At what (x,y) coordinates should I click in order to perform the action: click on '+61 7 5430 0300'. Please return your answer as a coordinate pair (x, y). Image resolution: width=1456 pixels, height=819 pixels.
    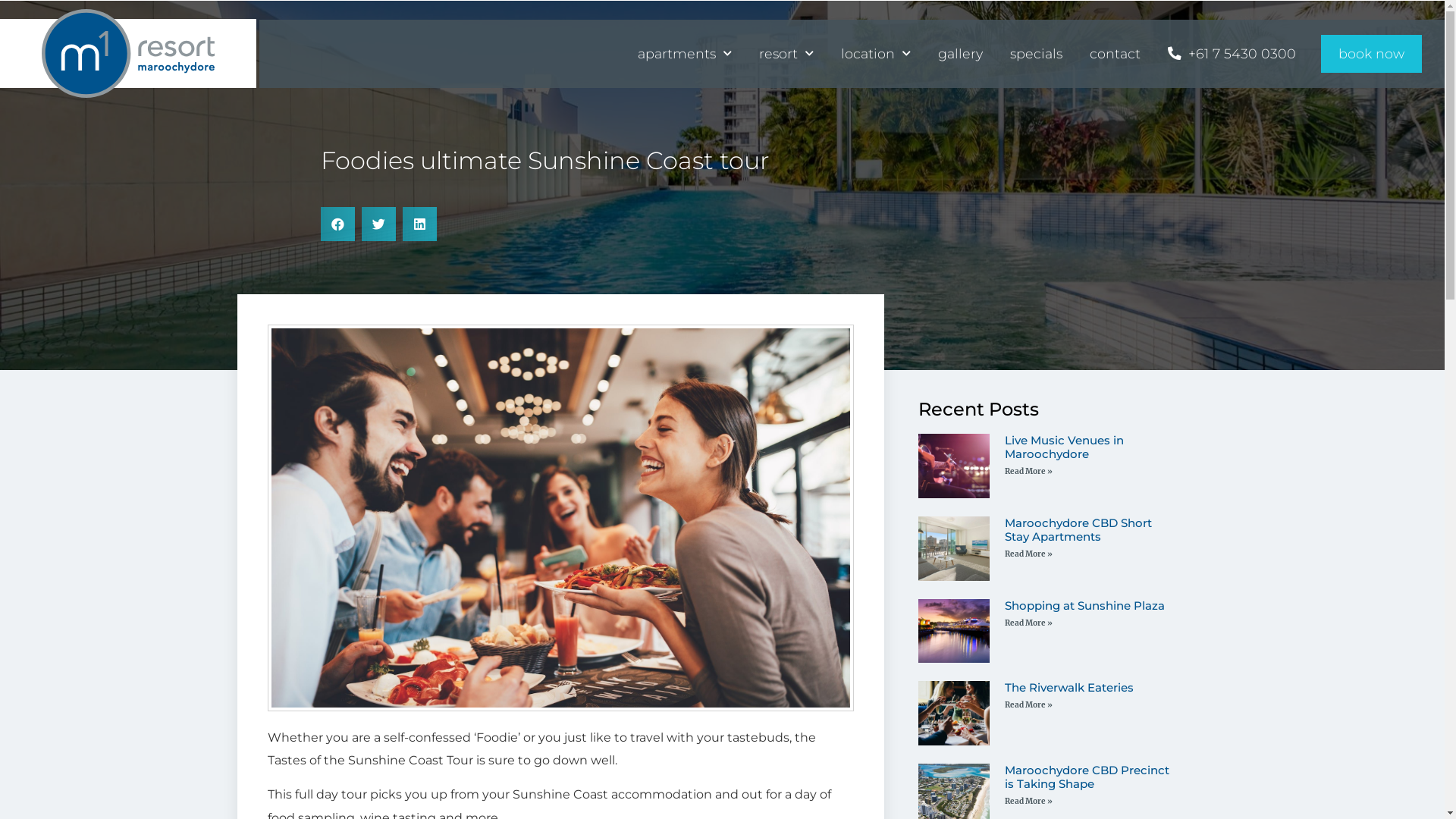
    Looking at the image, I should click on (1232, 52).